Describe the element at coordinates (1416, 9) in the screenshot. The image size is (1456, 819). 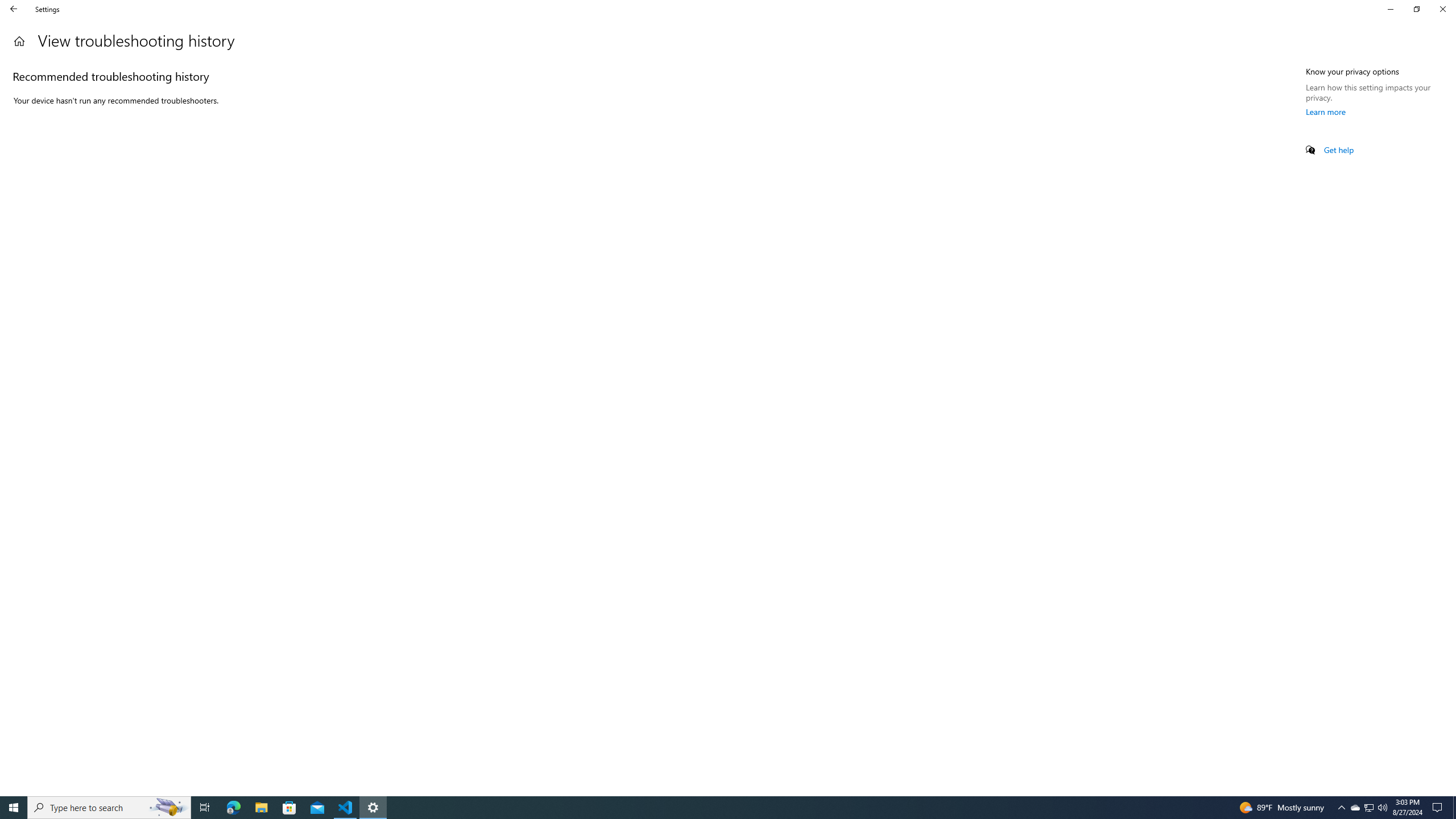
I see `'Restore Settings'` at that location.